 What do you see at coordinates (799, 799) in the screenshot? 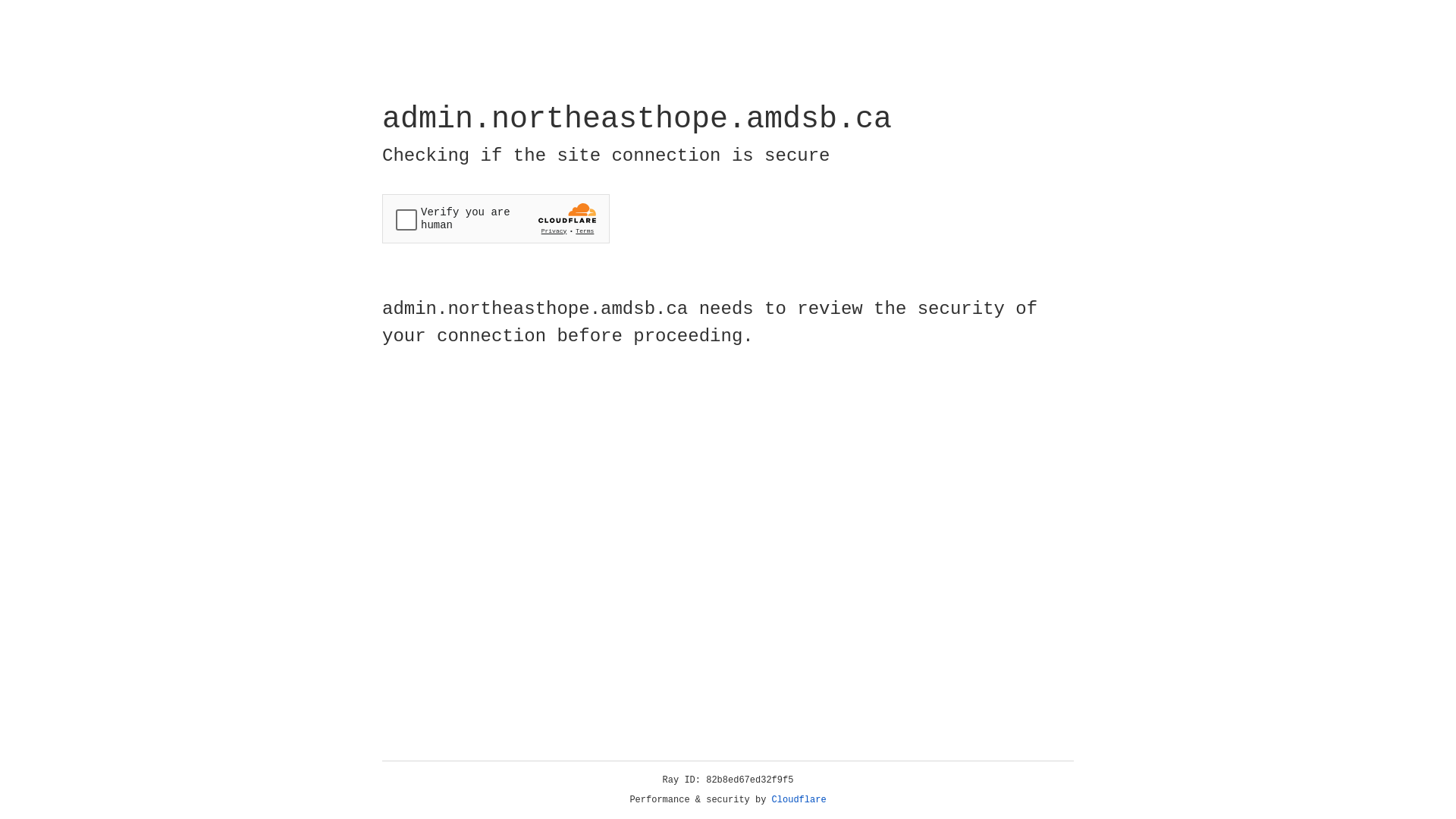
I see `'Cloudflare'` at bounding box center [799, 799].